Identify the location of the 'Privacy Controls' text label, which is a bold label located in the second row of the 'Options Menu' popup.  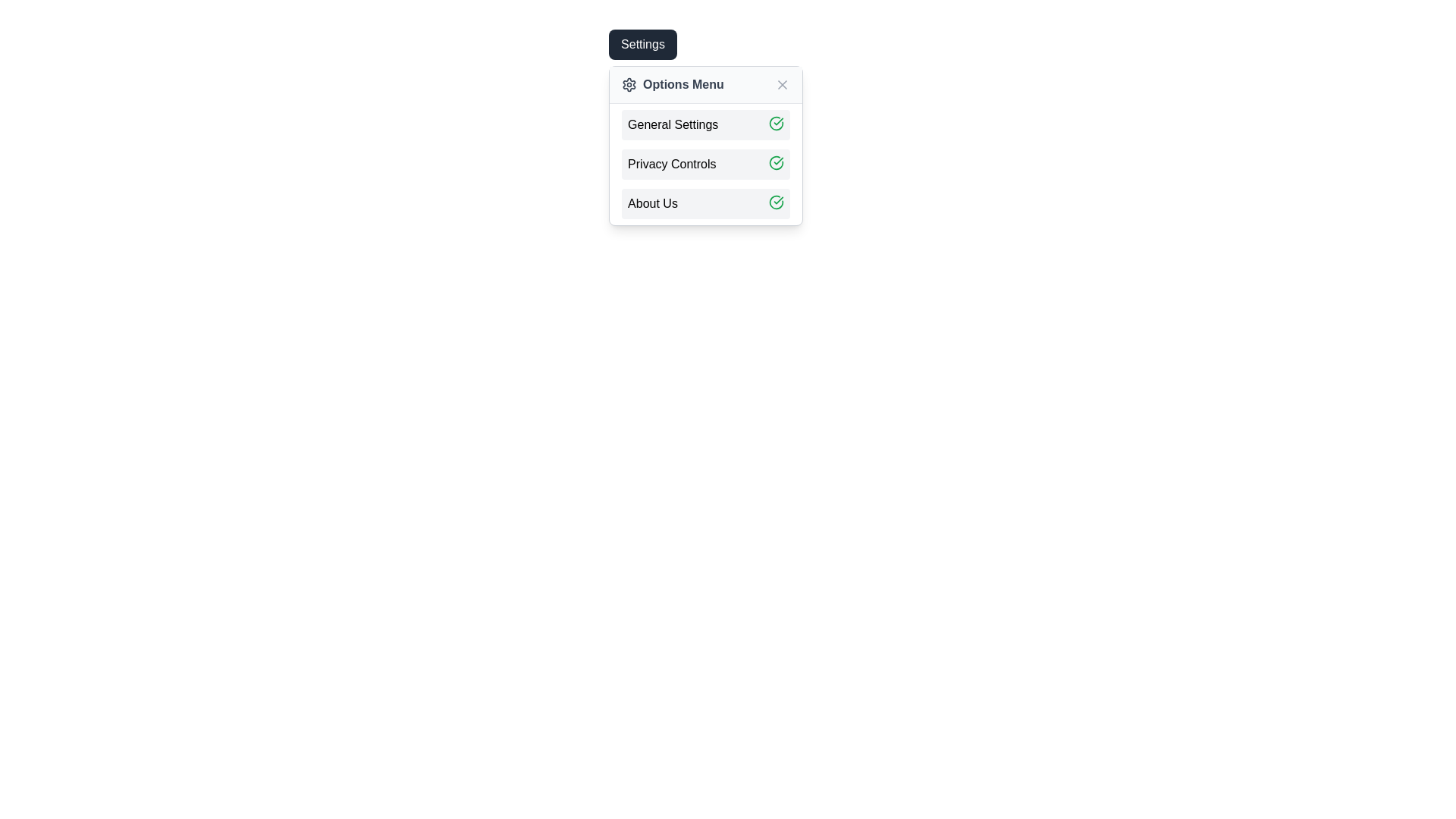
(671, 164).